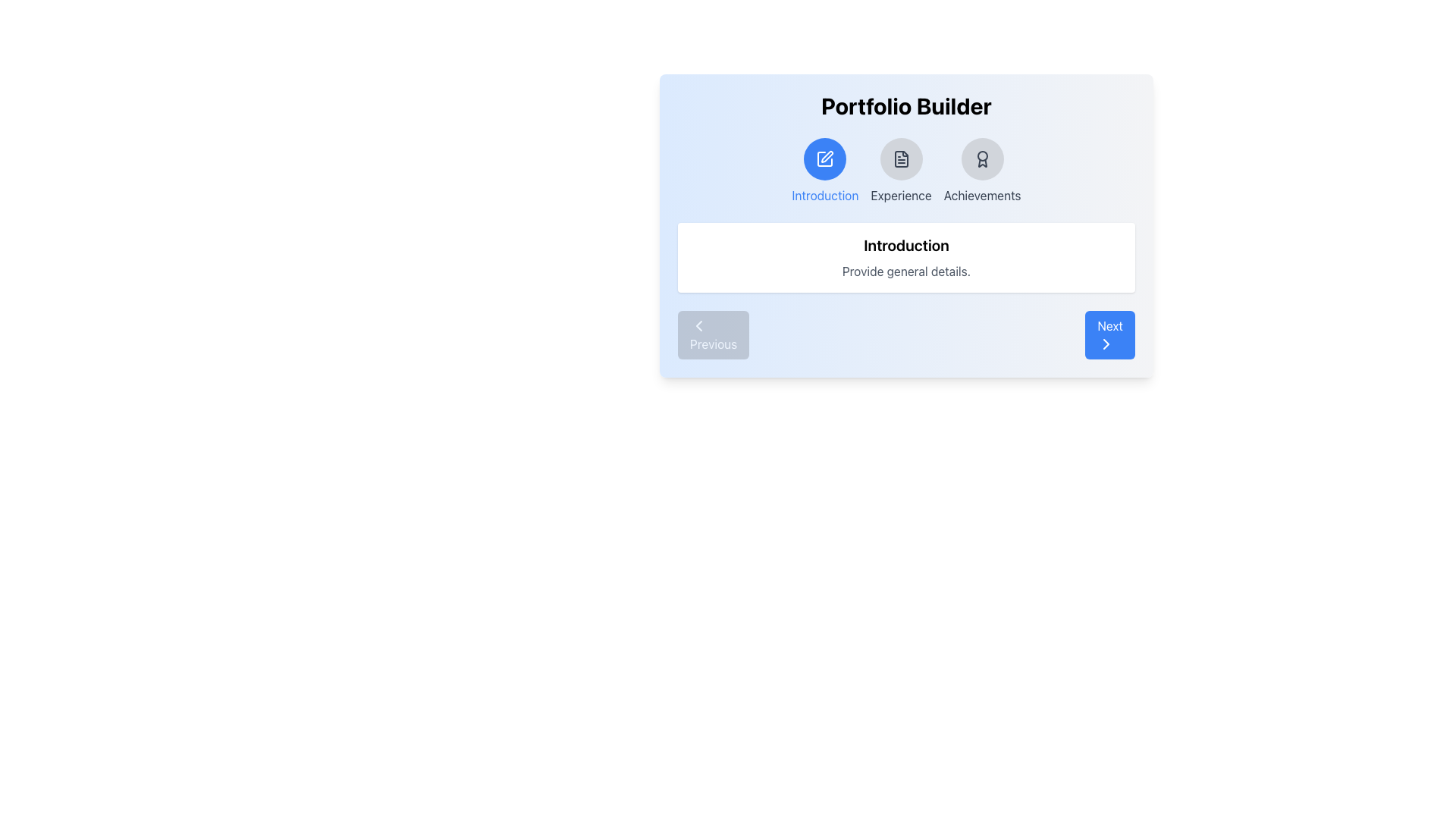 This screenshot has width=1456, height=819. I want to click on the 'Next' button, which is a rectangular button with a blue background, rounded corners, and features white text and a right-facing arrow icon, so click(1110, 334).